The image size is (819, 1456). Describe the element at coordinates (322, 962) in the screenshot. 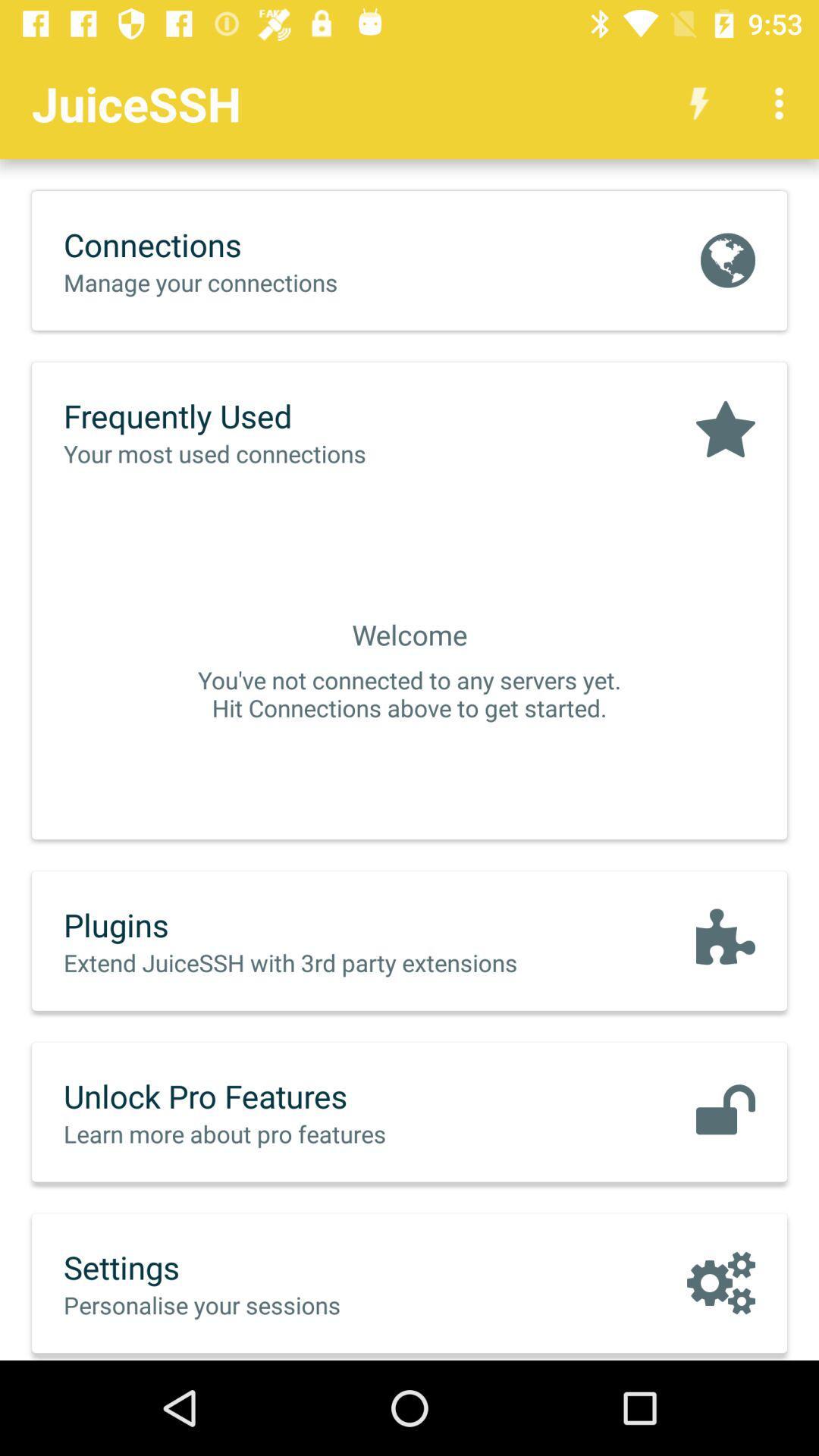

I see `extend juicessh with item` at that location.